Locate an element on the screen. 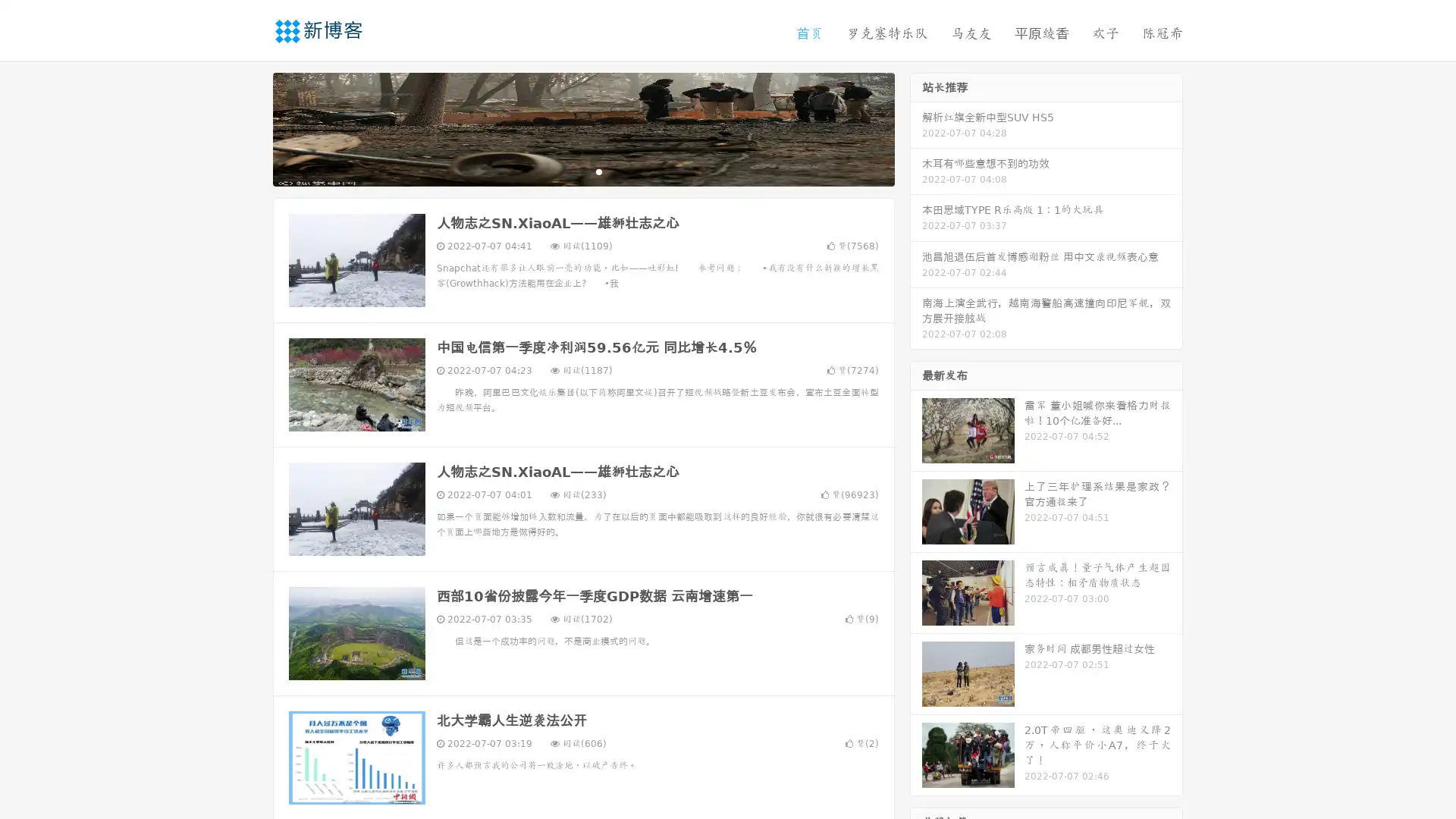 This screenshot has width=1456, height=819. Previous slide is located at coordinates (250, 127).